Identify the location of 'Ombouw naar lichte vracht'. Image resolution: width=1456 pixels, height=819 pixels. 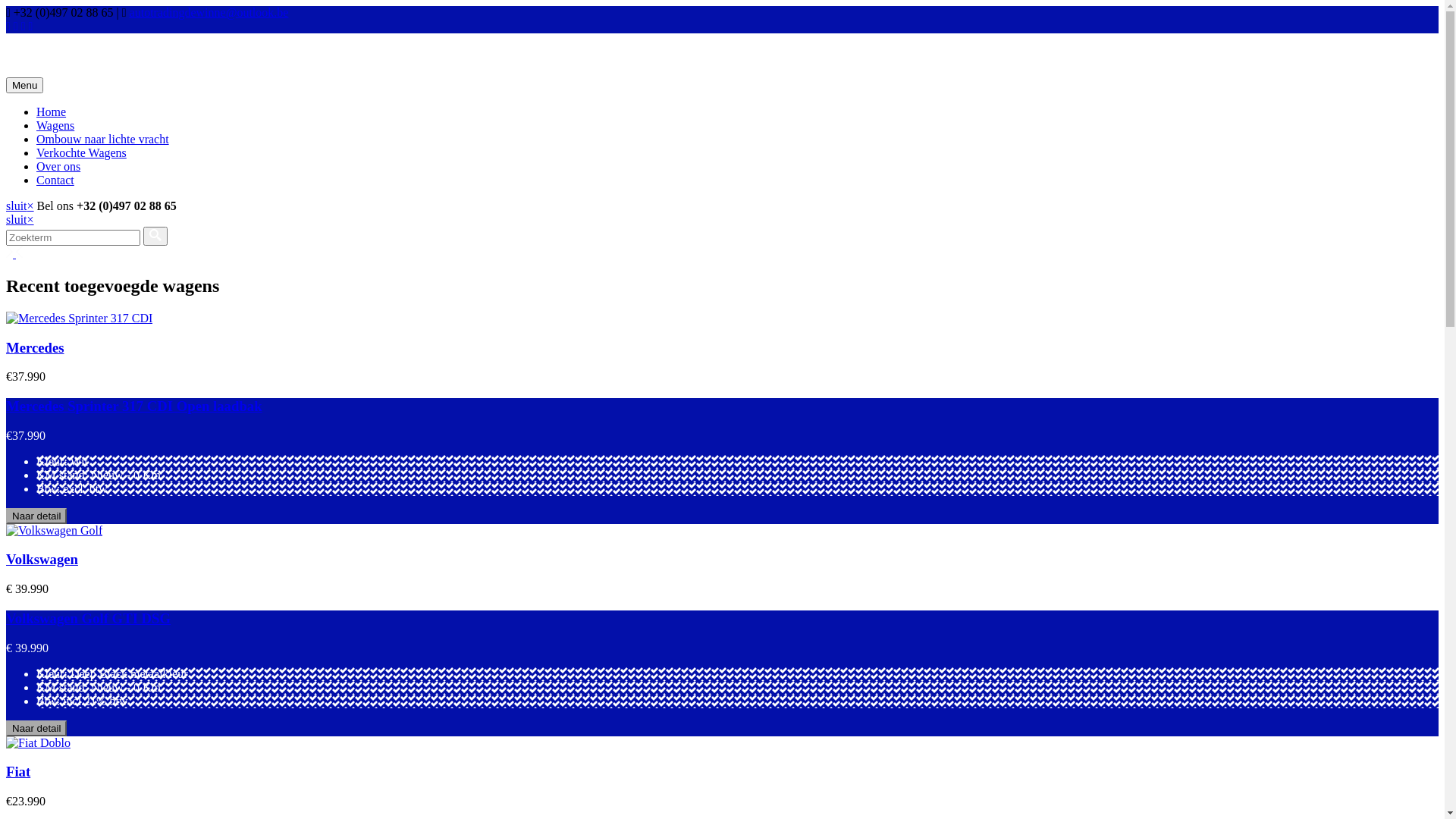
(102, 139).